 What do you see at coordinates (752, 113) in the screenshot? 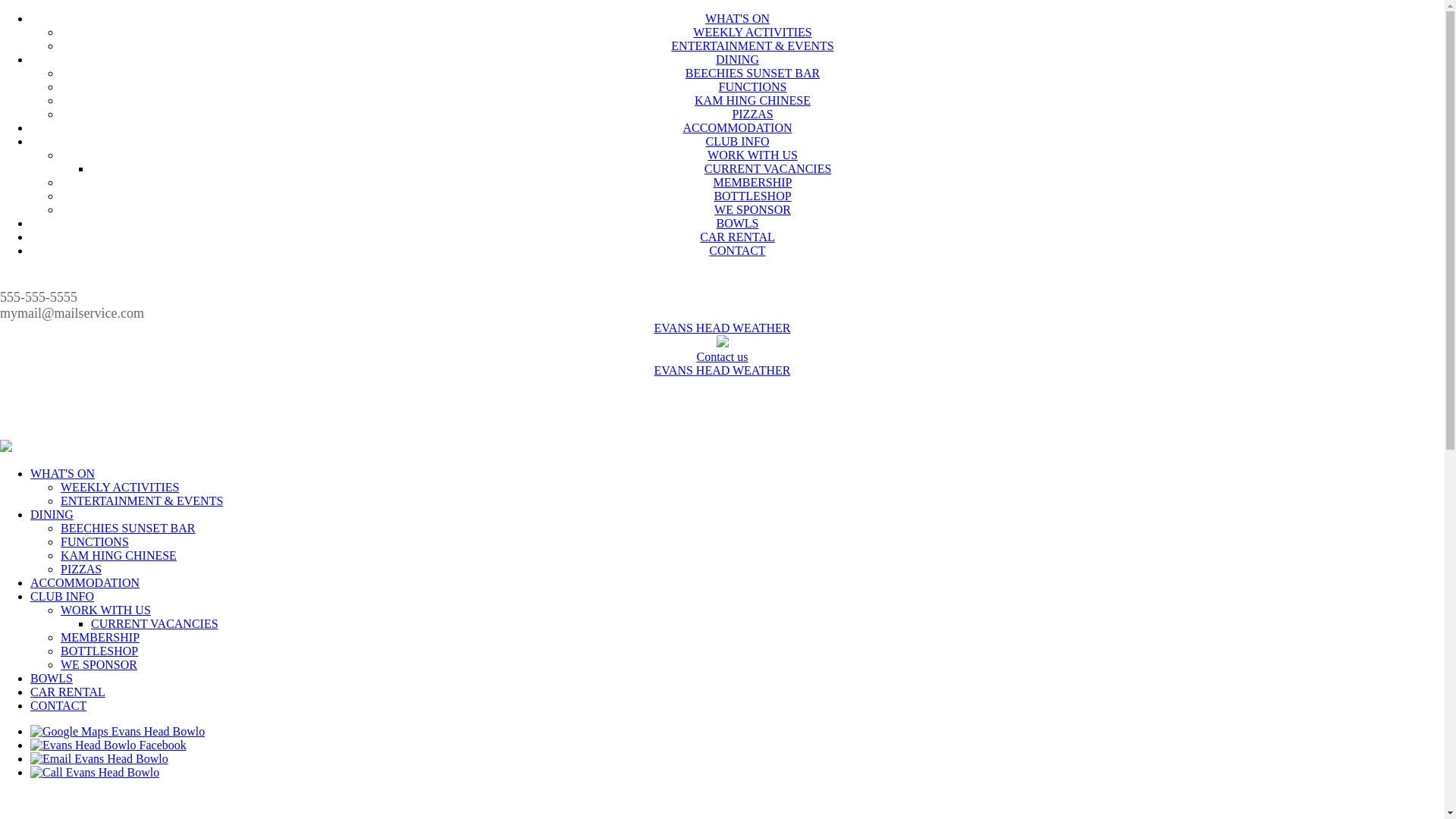
I see `'PIZZAS'` at bounding box center [752, 113].